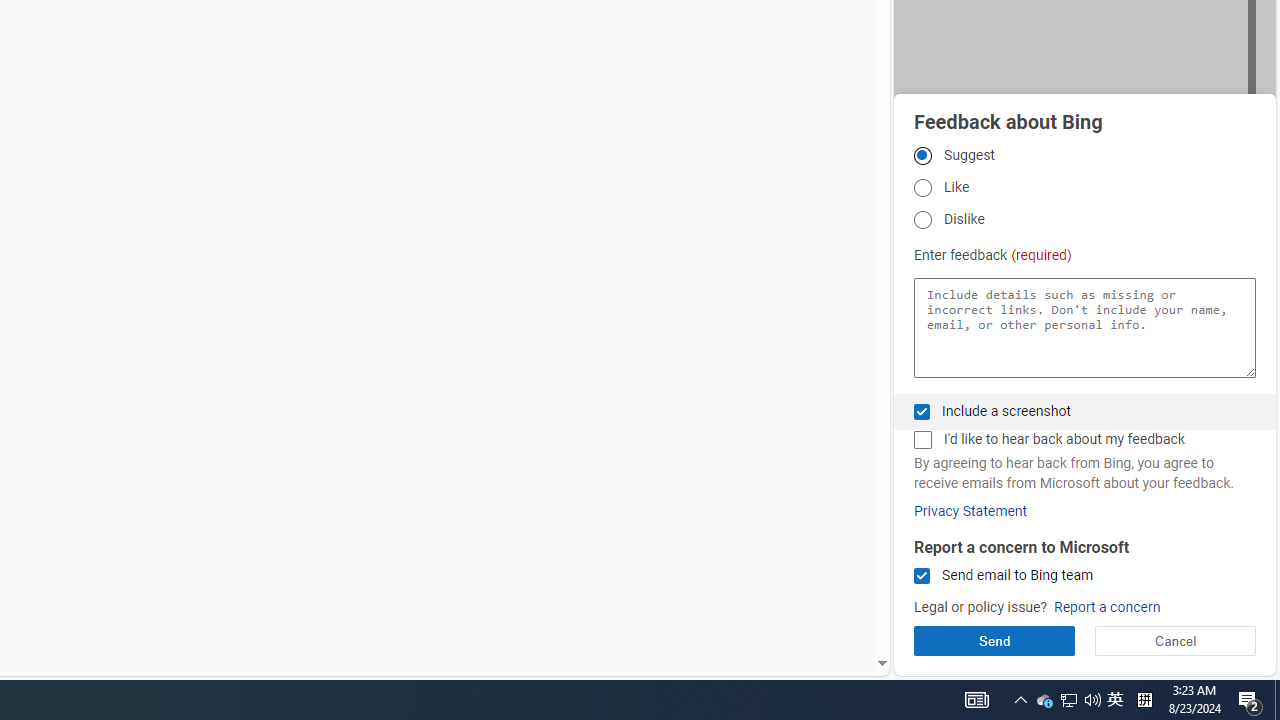  Describe the element at coordinates (994, 640) in the screenshot. I see `'Send'` at that location.